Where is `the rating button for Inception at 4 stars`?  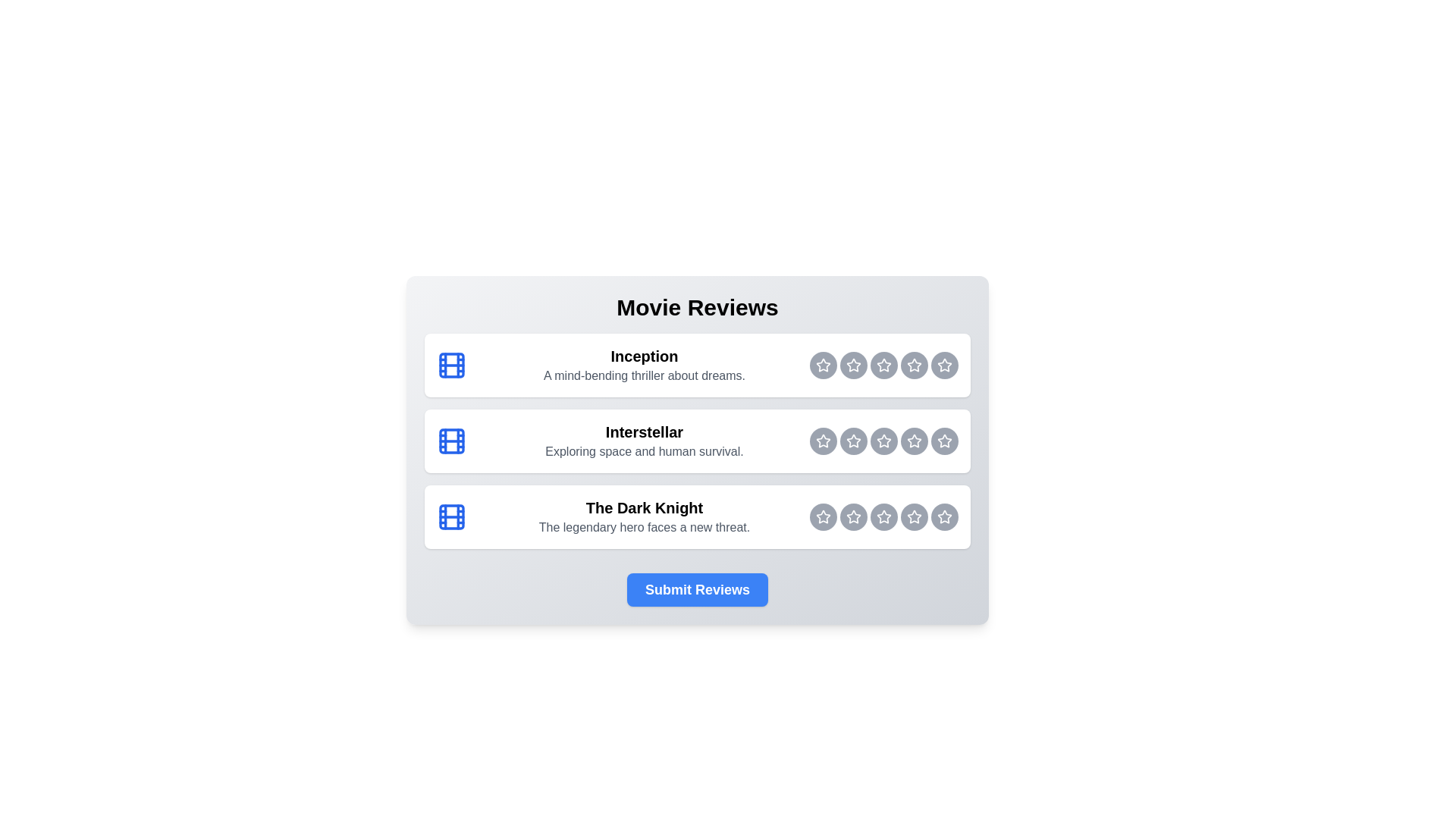
the rating button for Inception at 4 stars is located at coordinates (913, 366).